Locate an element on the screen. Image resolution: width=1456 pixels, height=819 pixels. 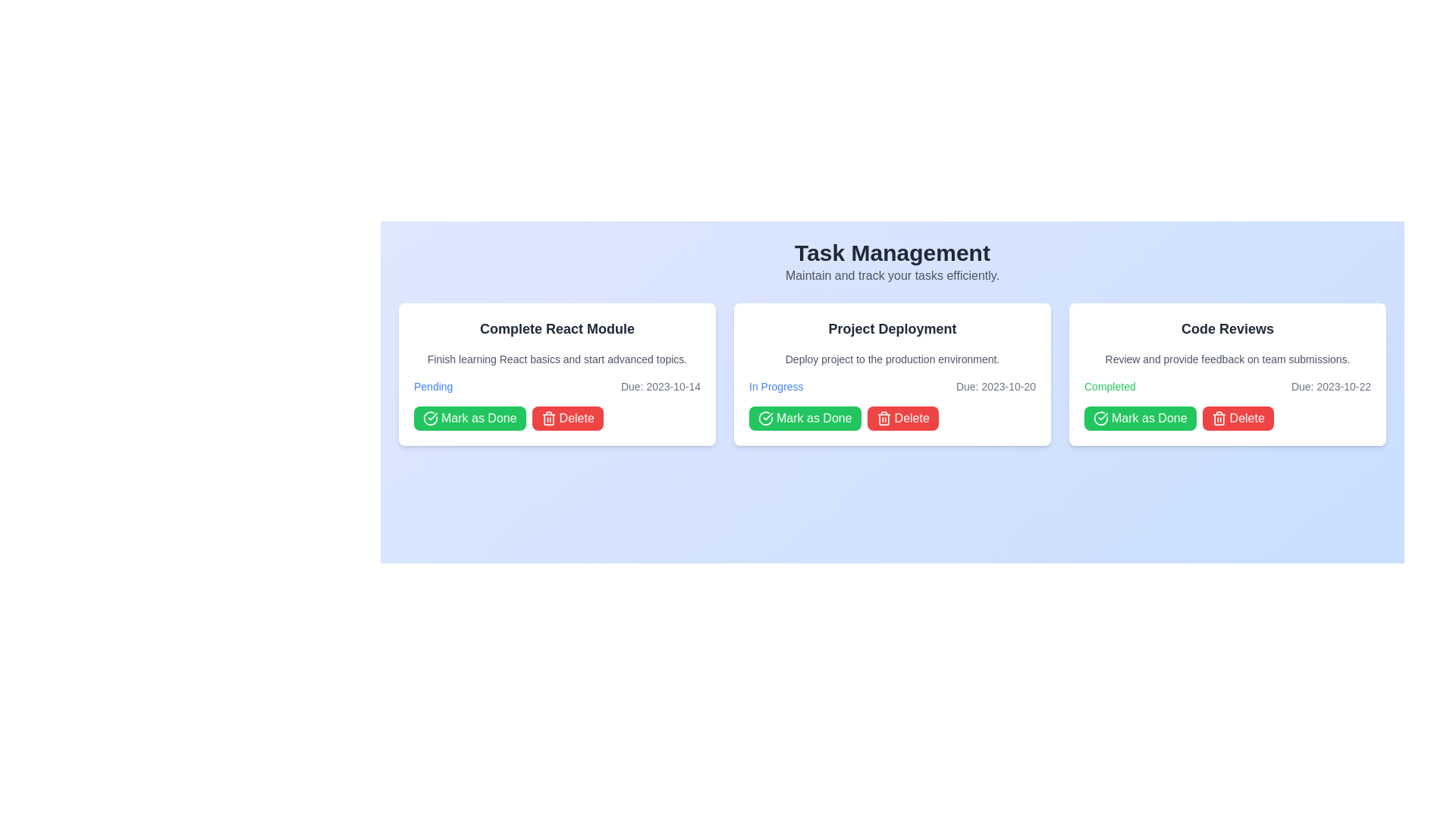
the leftmost trash can icon with a red background in the delete button of the 'Project Deployment' task card is located at coordinates (883, 418).